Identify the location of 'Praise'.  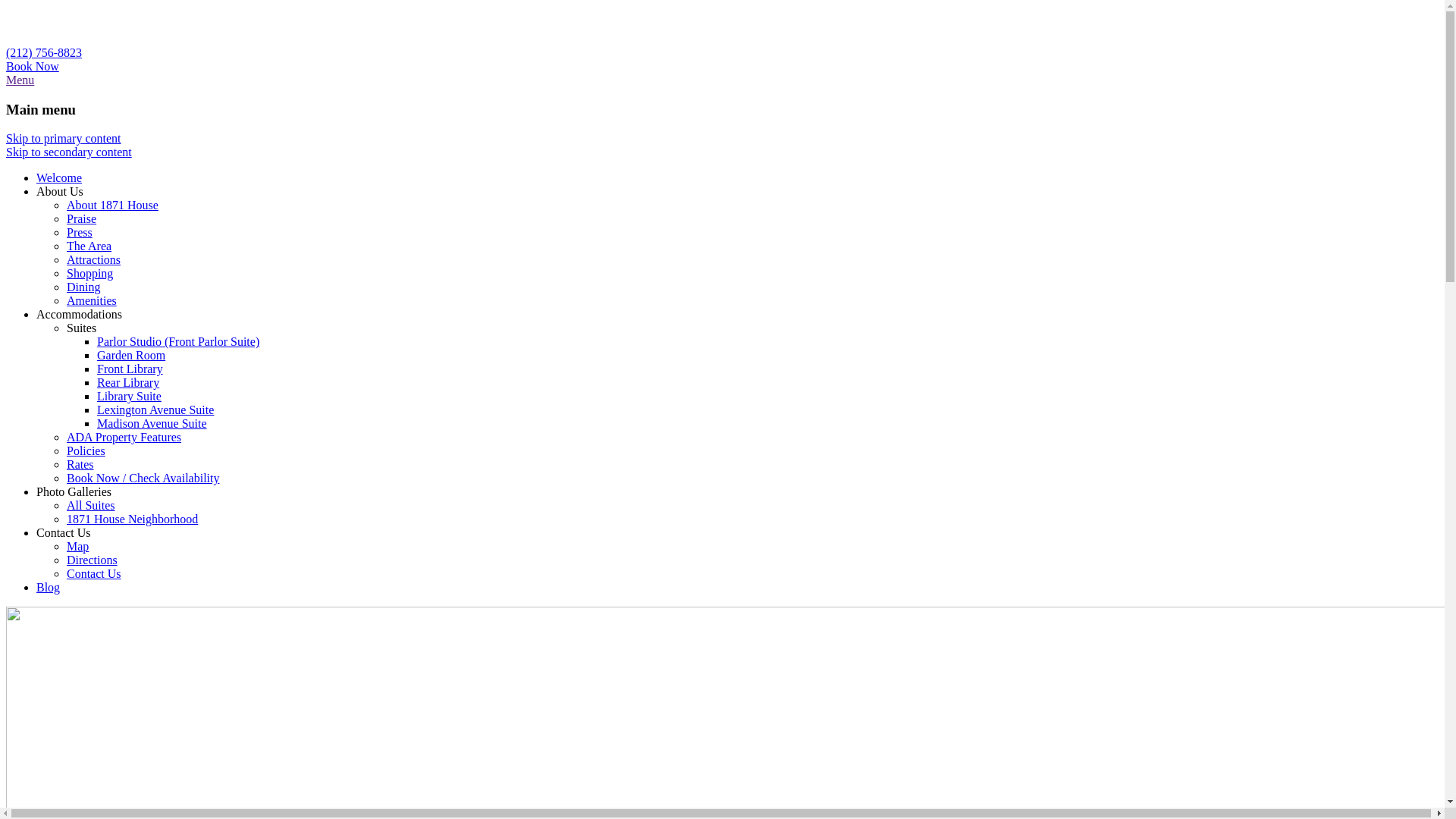
(80, 218).